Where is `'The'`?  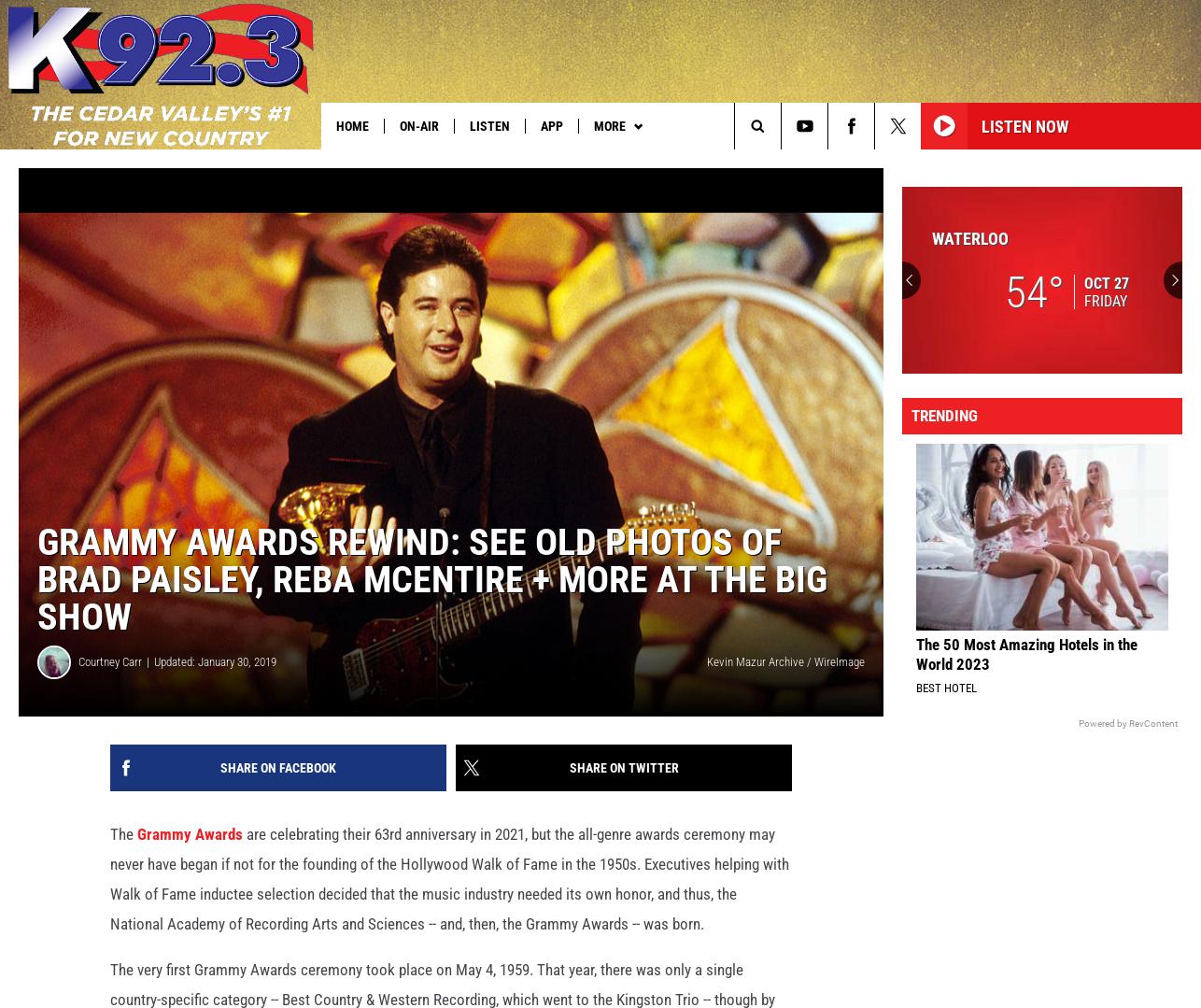 'The' is located at coordinates (123, 864).